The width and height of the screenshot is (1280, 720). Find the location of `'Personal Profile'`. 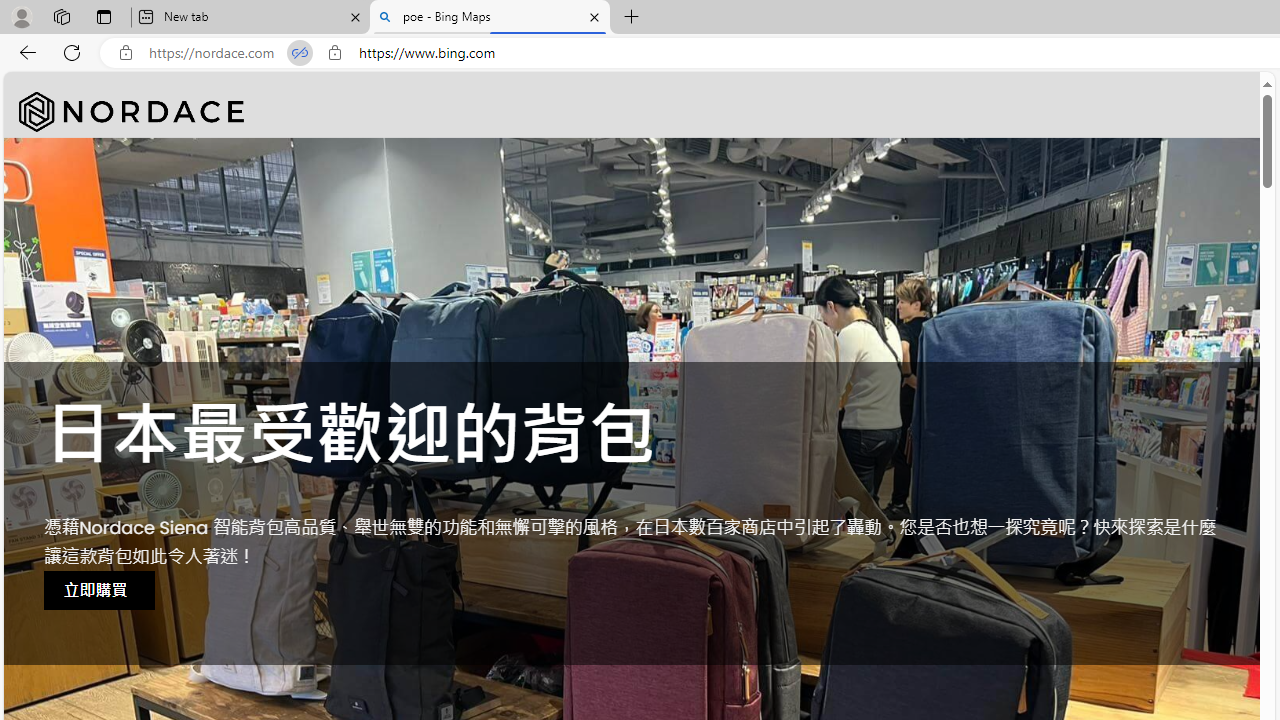

'Personal Profile' is located at coordinates (21, 16).